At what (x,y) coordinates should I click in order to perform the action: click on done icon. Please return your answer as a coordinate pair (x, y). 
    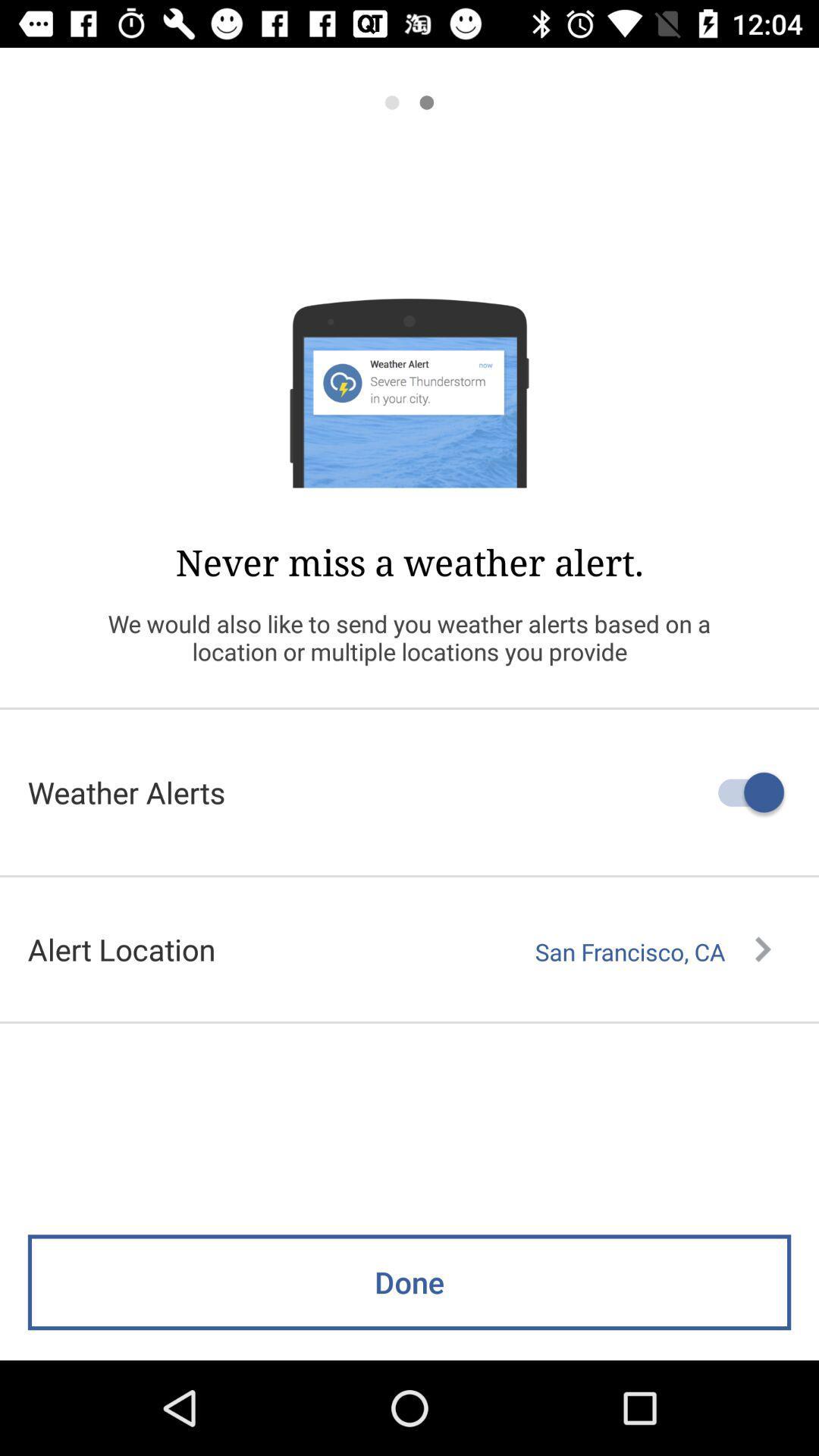
    Looking at the image, I should click on (409, 1282).